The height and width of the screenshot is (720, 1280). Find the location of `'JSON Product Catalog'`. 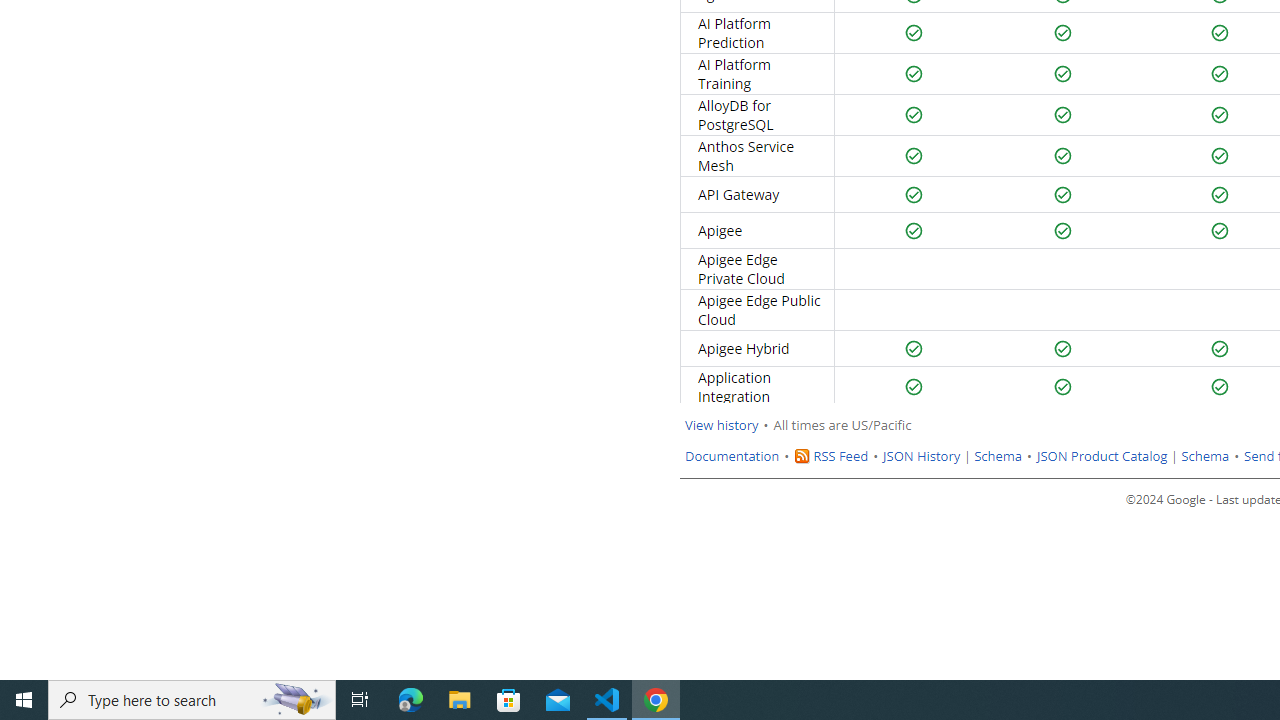

'JSON Product Catalog' is located at coordinates (1100, 456).